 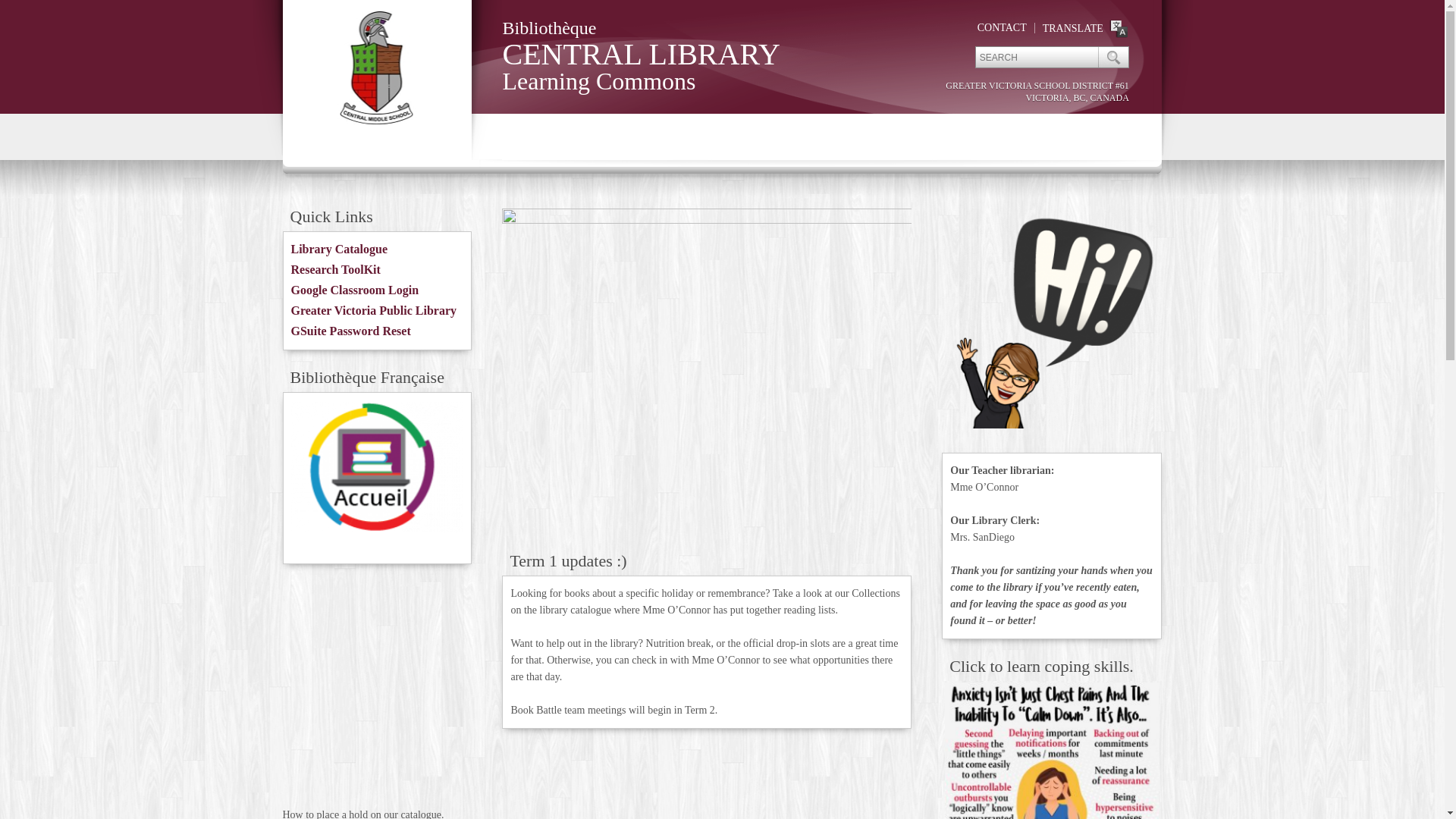 What do you see at coordinates (377, 689) in the screenshot?
I see `'Place a Hold with Destiny Discover'` at bounding box center [377, 689].